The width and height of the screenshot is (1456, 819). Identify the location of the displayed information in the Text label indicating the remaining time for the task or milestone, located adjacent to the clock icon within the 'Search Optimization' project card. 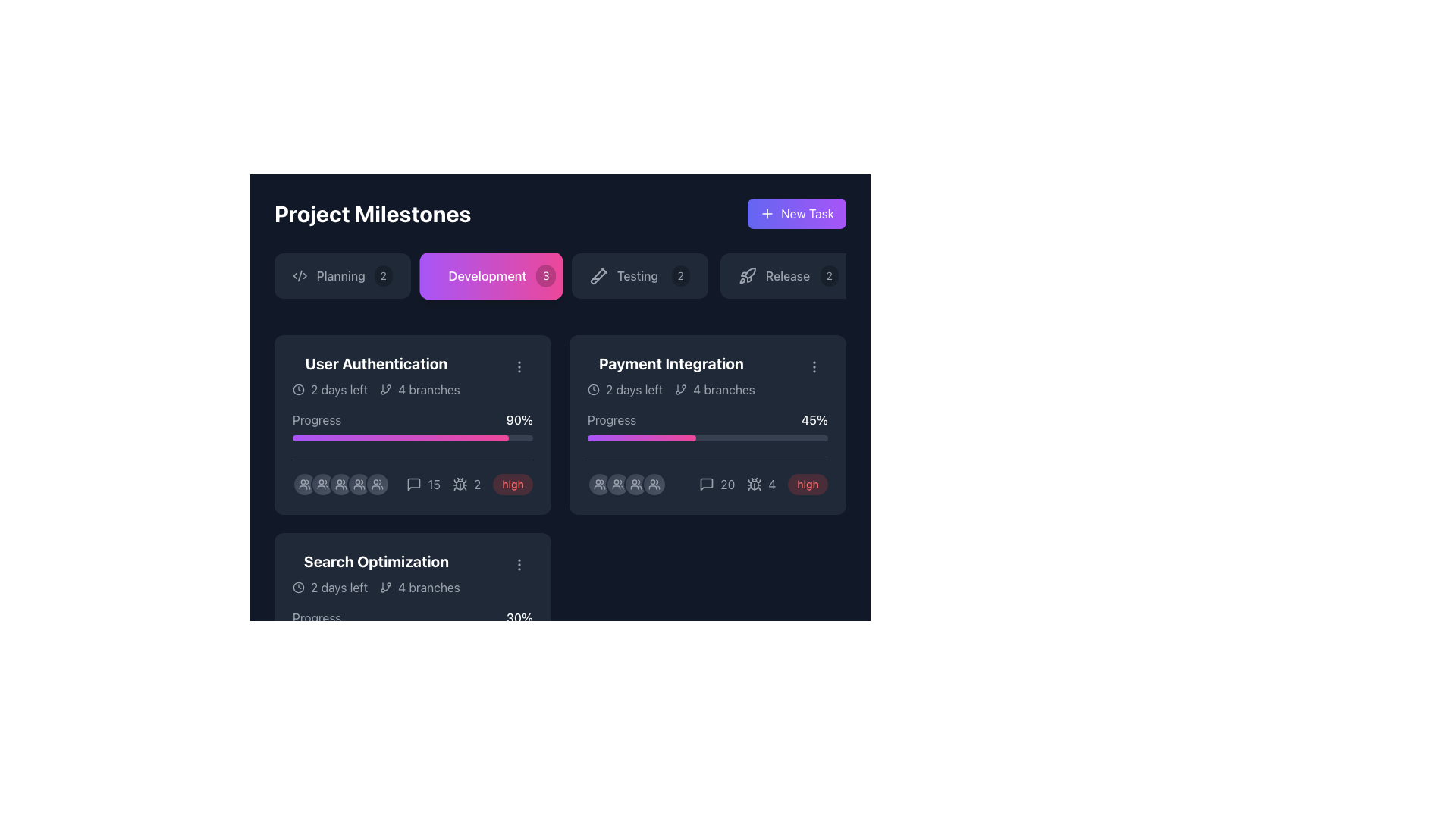
(338, 587).